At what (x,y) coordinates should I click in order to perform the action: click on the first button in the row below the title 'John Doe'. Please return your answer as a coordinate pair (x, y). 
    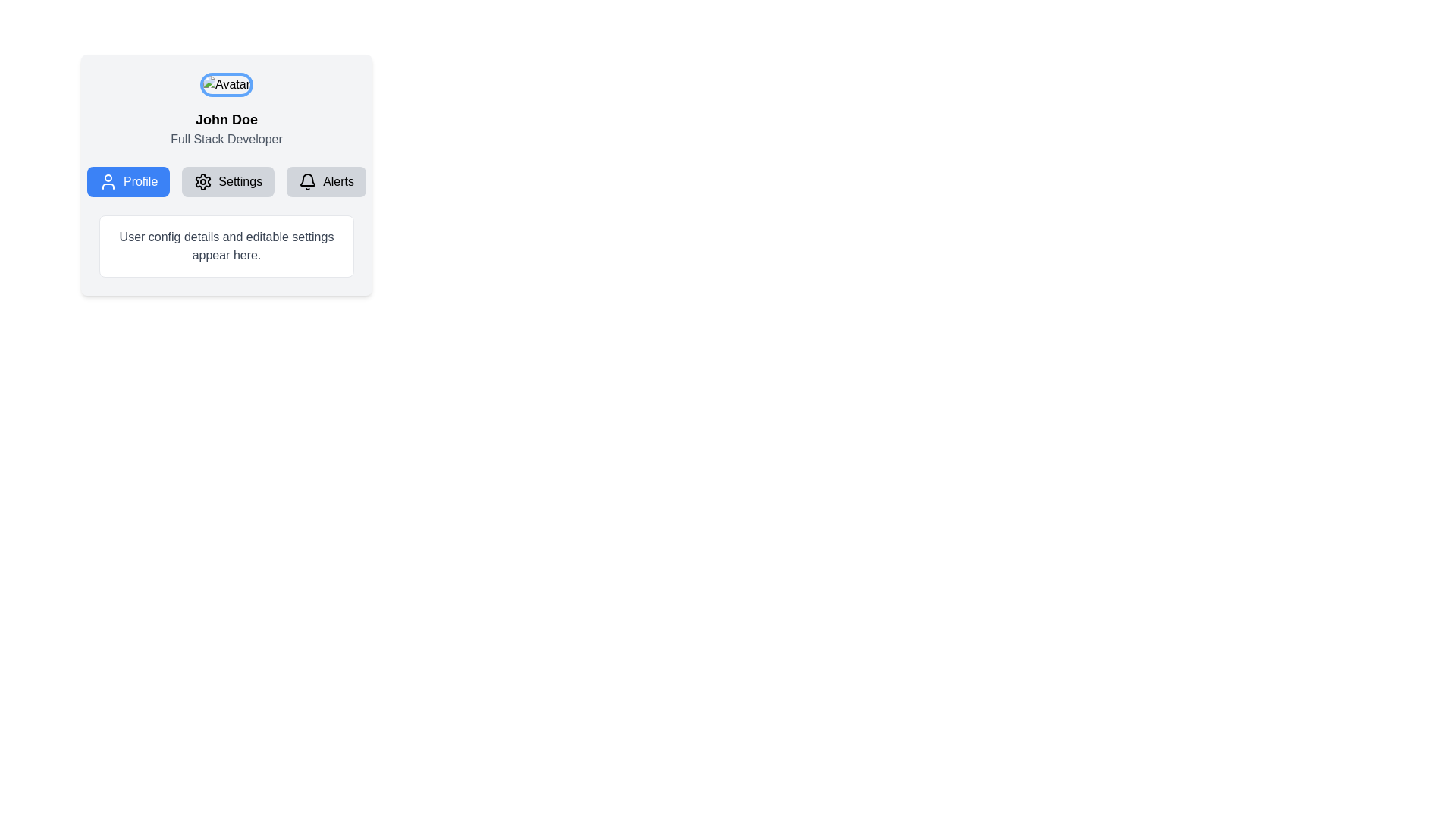
    Looking at the image, I should click on (128, 180).